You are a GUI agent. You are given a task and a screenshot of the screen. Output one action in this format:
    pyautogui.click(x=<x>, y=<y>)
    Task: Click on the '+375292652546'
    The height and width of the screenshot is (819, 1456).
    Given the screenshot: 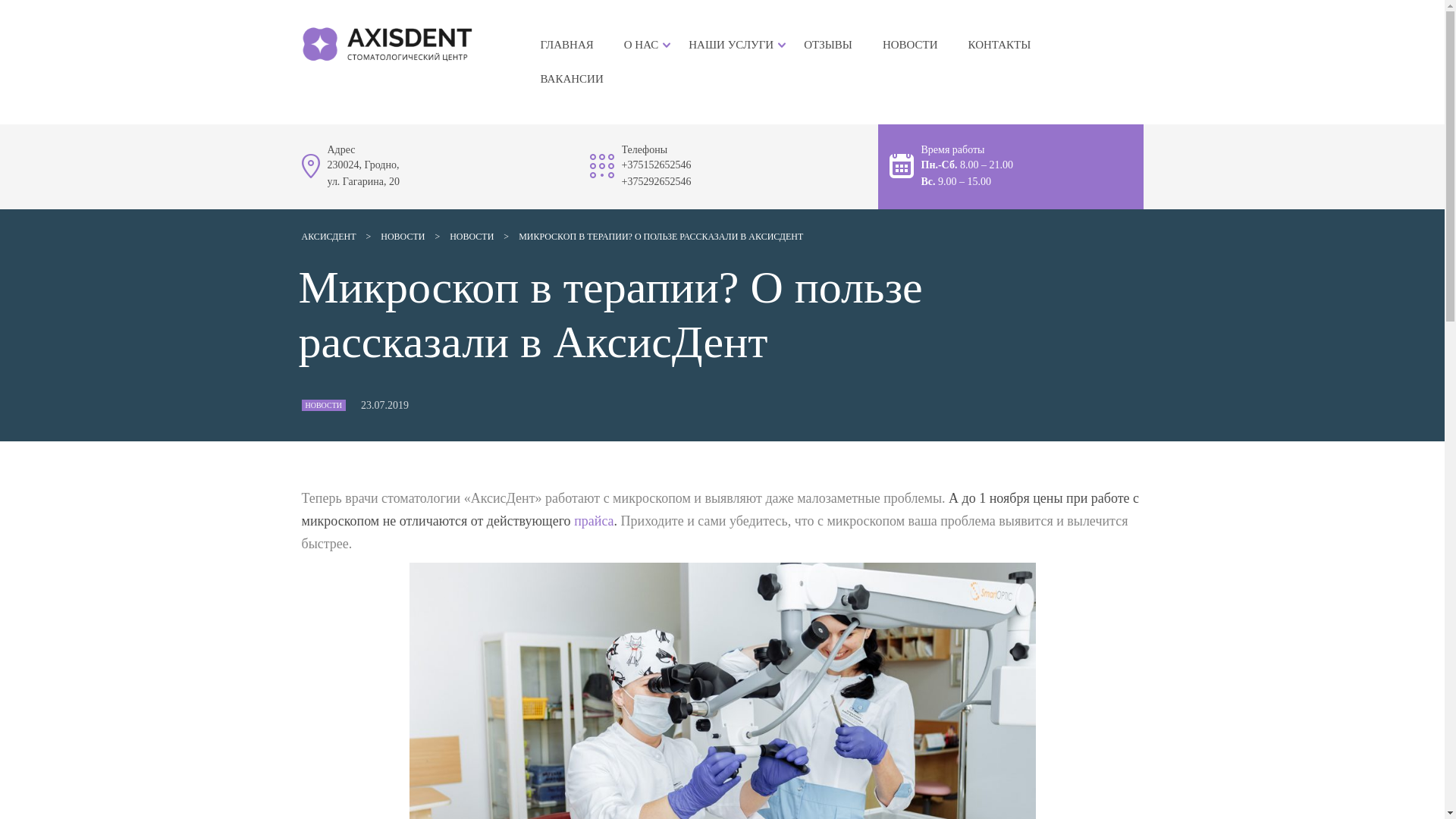 What is the action you would take?
    pyautogui.click(x=622, y=180)
    